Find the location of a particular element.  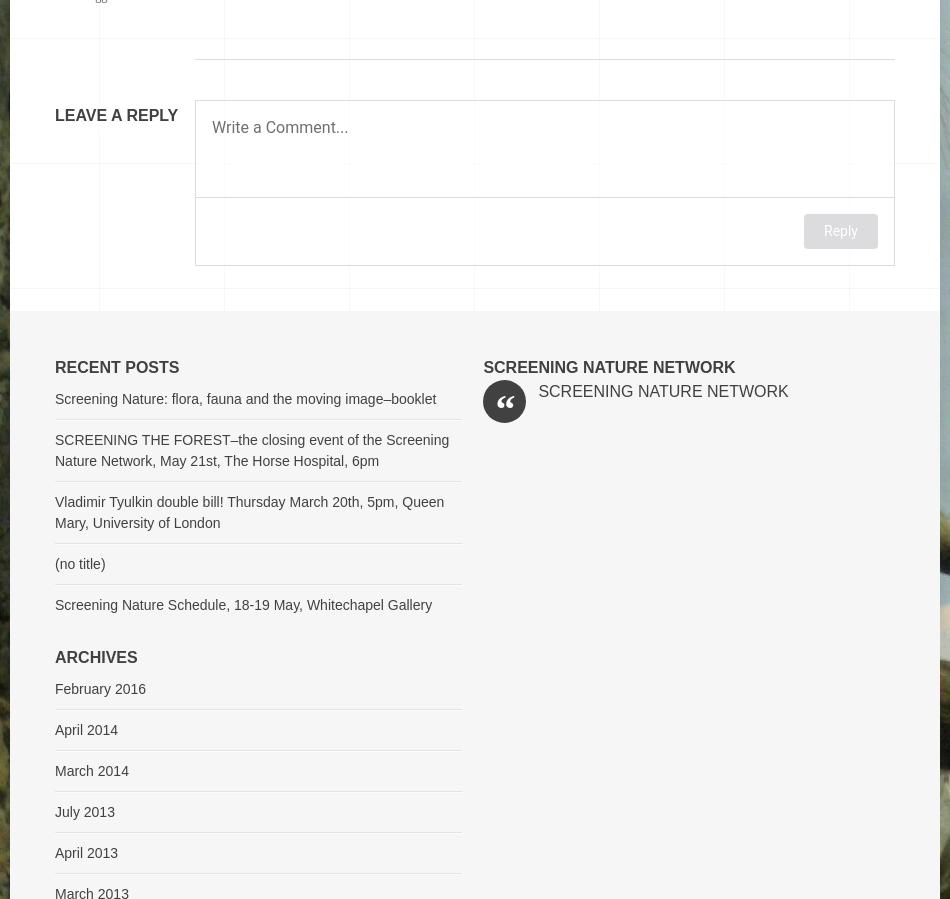

'Leave a Reply' is located at coordinates (116, 114).